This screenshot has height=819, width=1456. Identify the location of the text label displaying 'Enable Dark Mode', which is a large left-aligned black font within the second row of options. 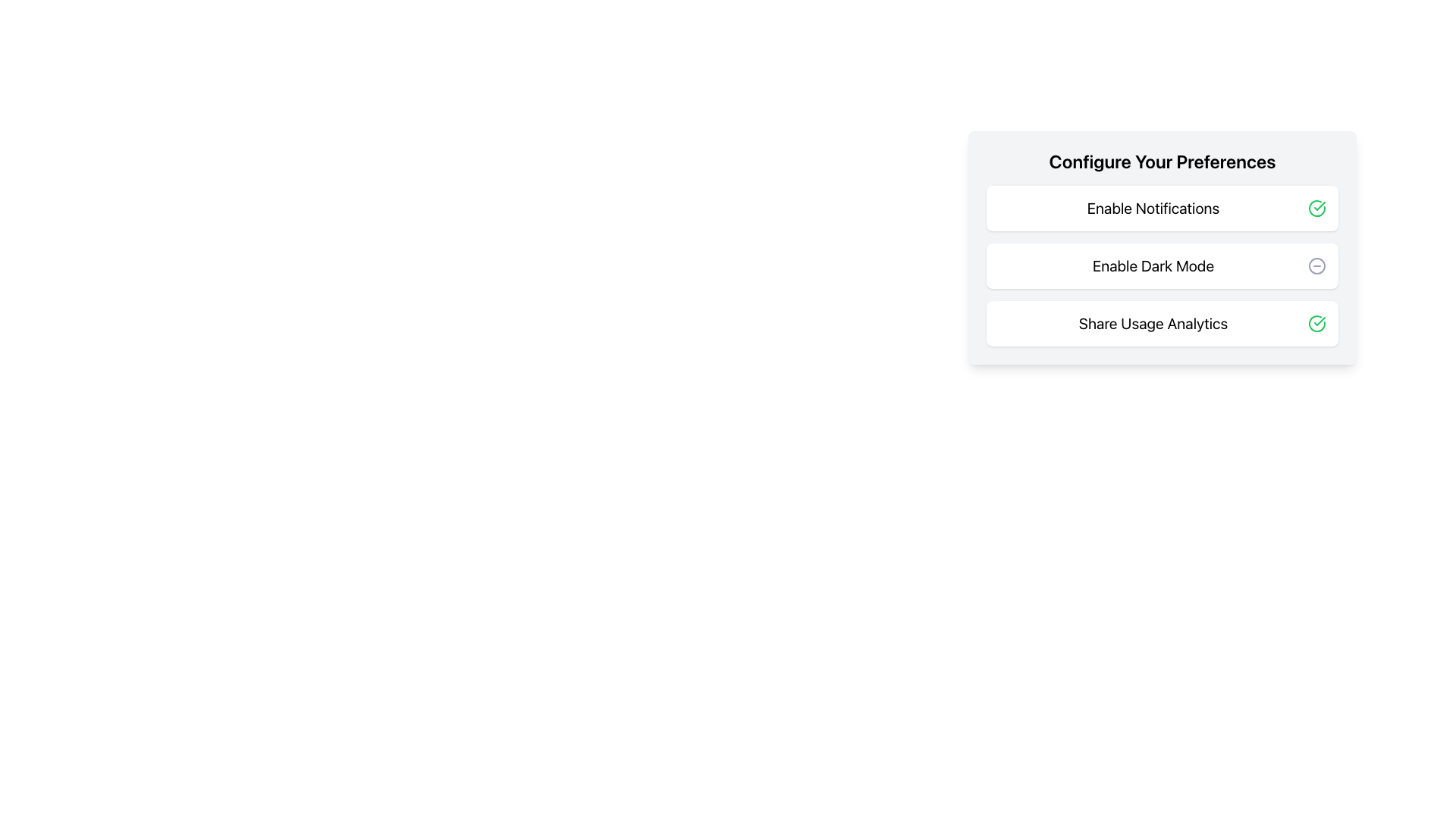
(1153, 265).